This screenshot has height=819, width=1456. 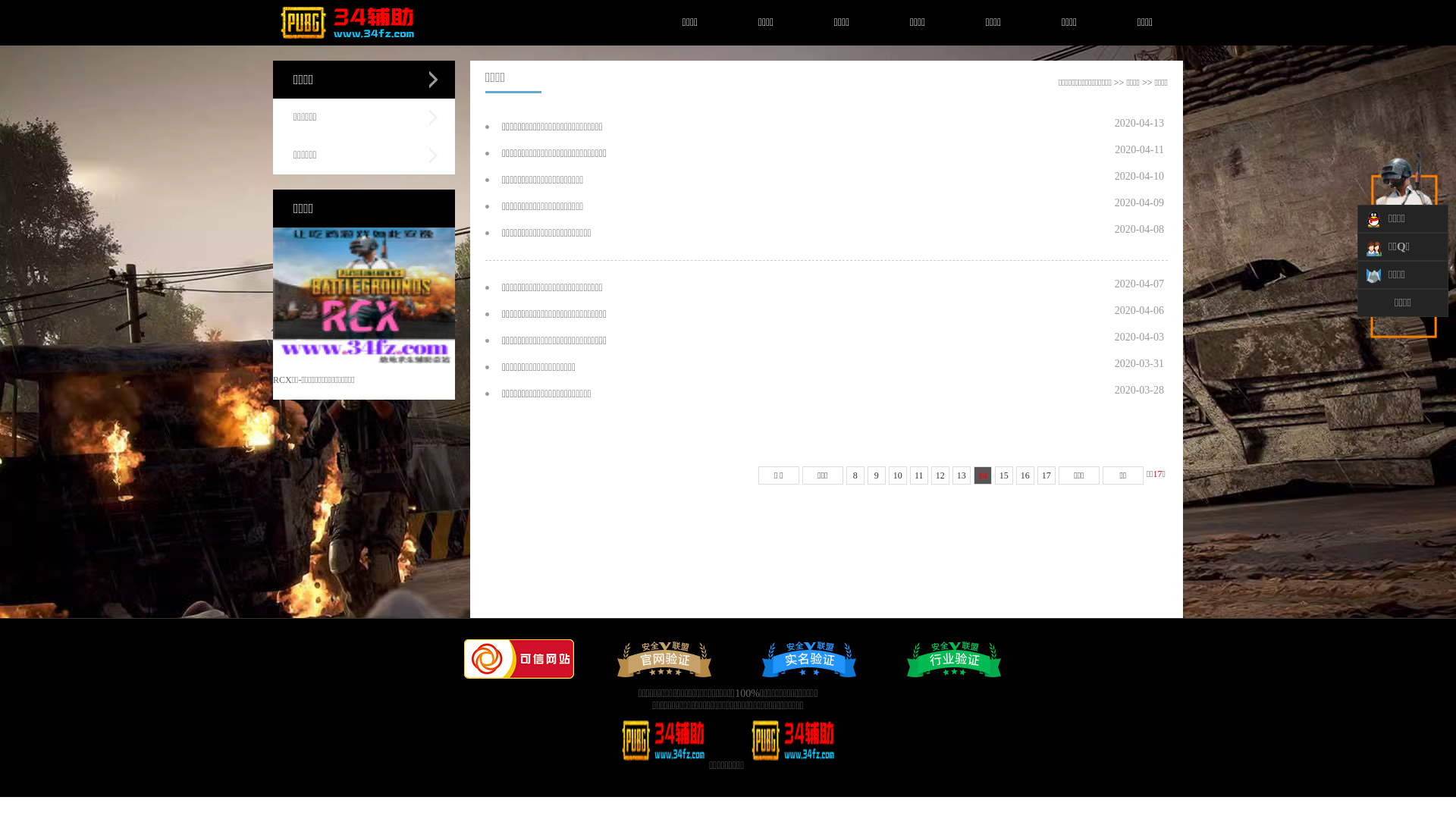 What do you see at coordinates (973, 475) in the screenshot?
I see `'14'` at bounding box center [973, 475].